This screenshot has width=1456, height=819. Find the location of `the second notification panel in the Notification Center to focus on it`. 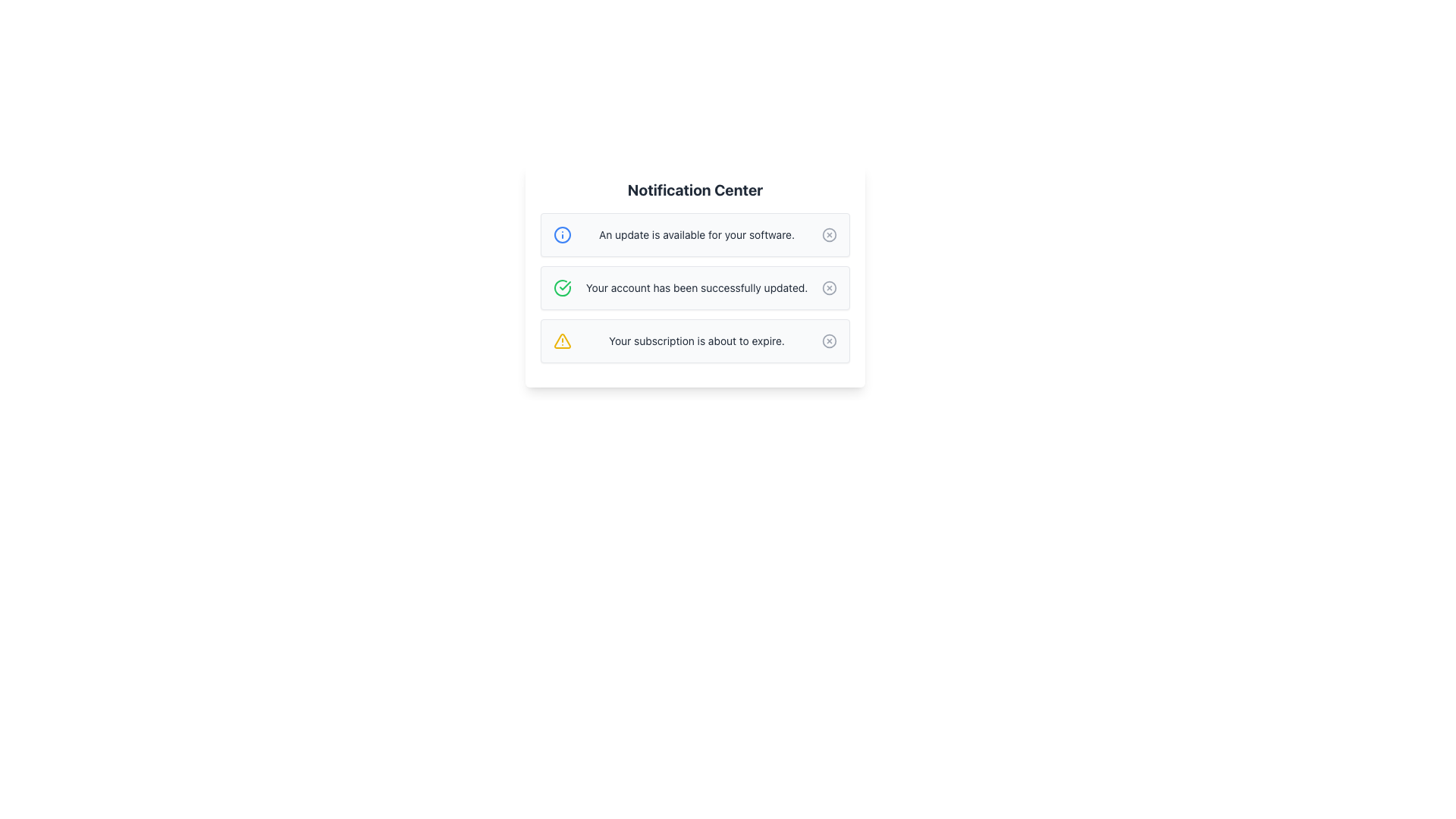

the second notification panel in the Notification Center to focus on it is located at coordinates (694, 275).